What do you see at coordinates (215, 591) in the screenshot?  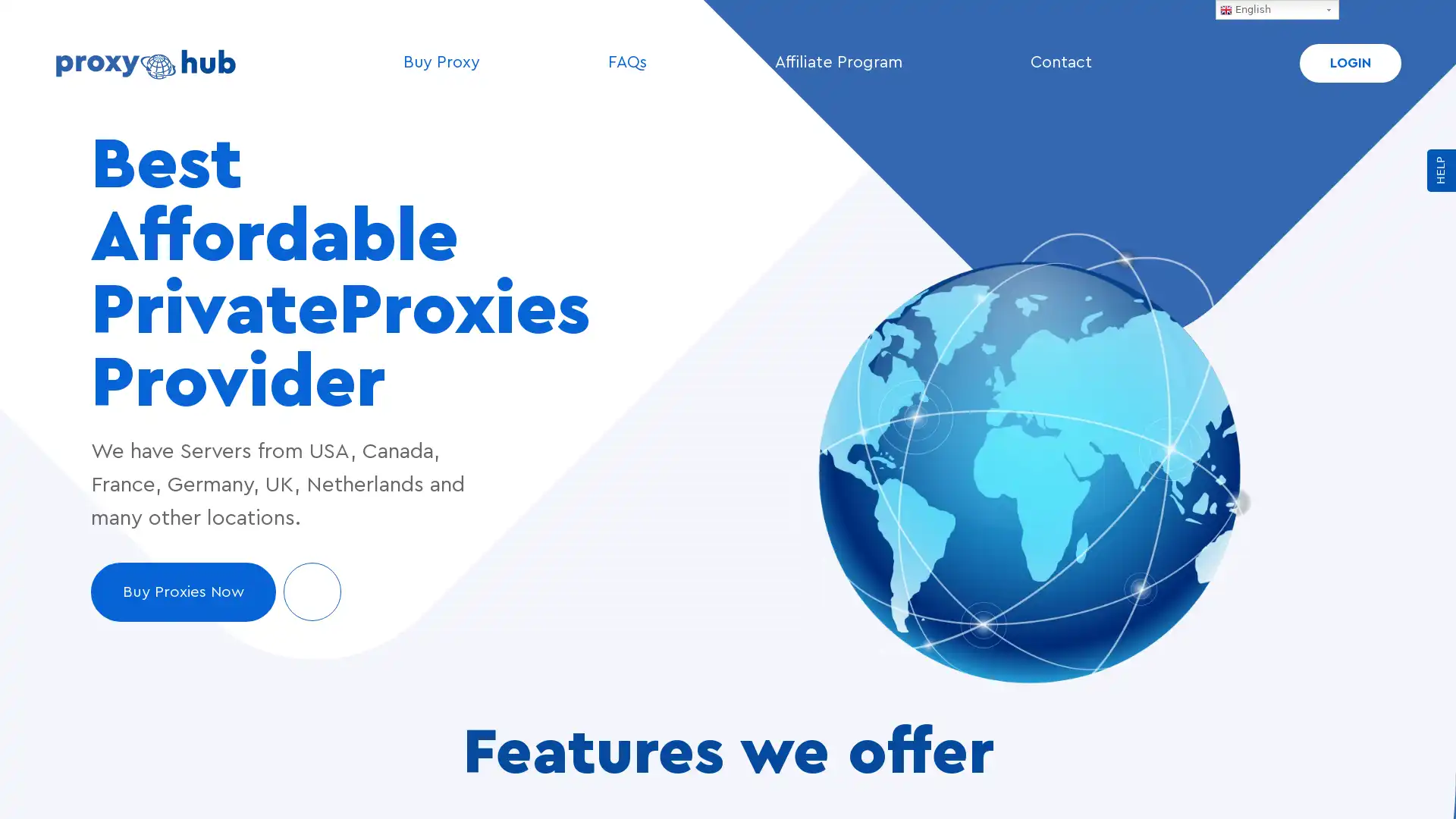 I see `Buy Proxies Now` at bounding box center [215, 591].